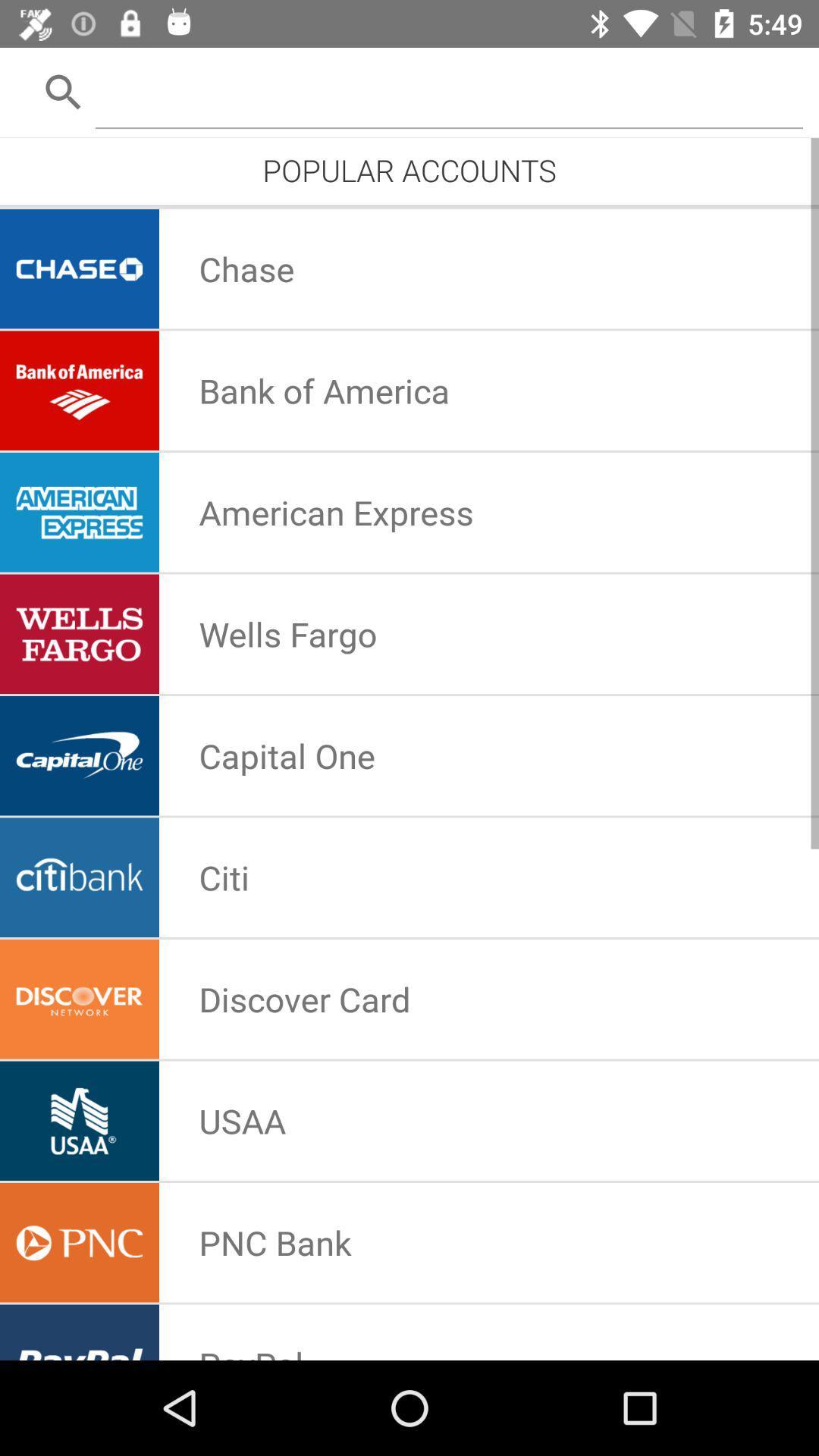 The height and width of the screenshot is (1456, 819). Describe the element at coordinates (224, 877) in the screenshot. I see `the app above discover card` at that location.